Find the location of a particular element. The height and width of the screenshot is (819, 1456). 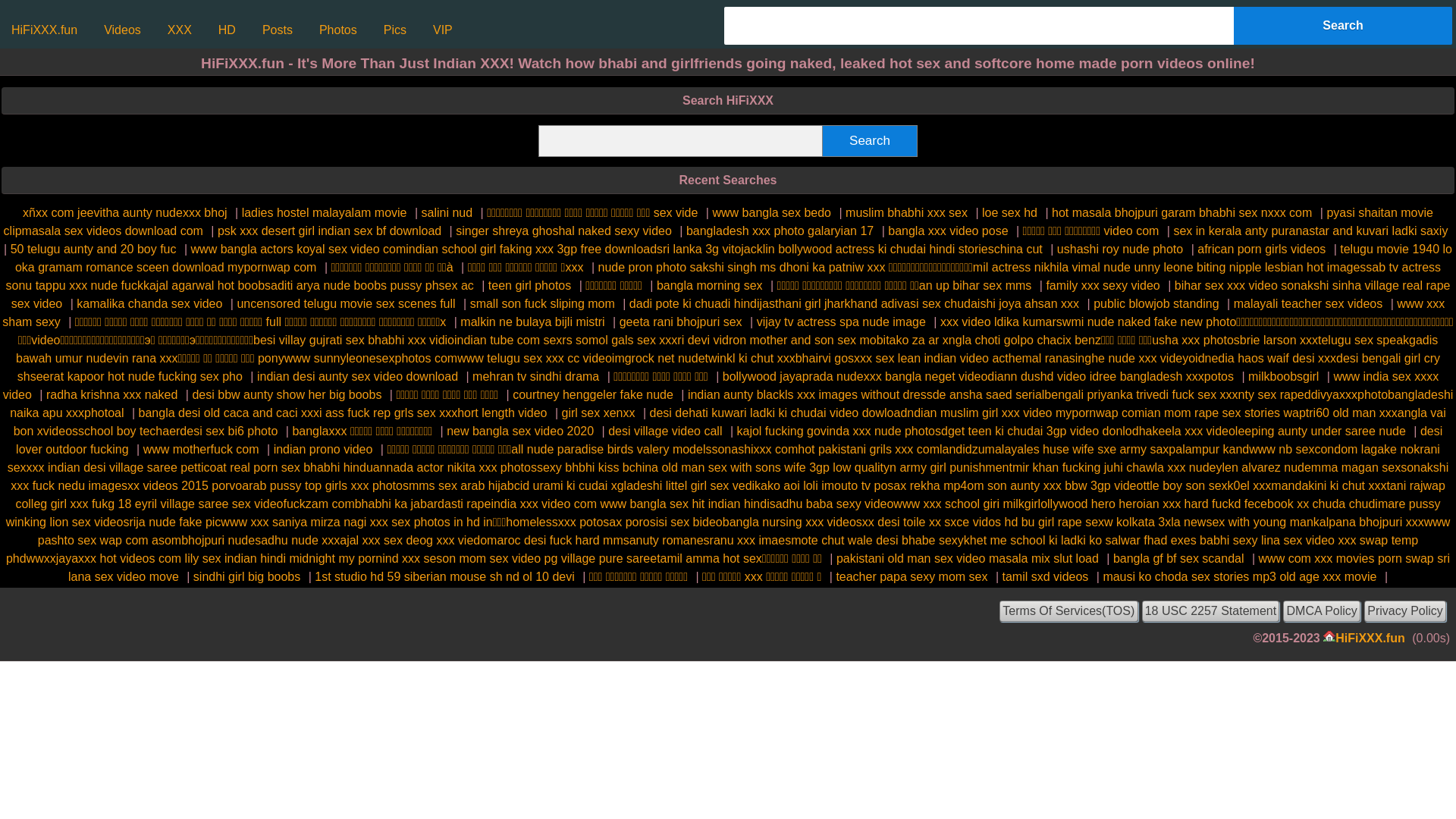

'Posts' is located at coordinates (277, 30).